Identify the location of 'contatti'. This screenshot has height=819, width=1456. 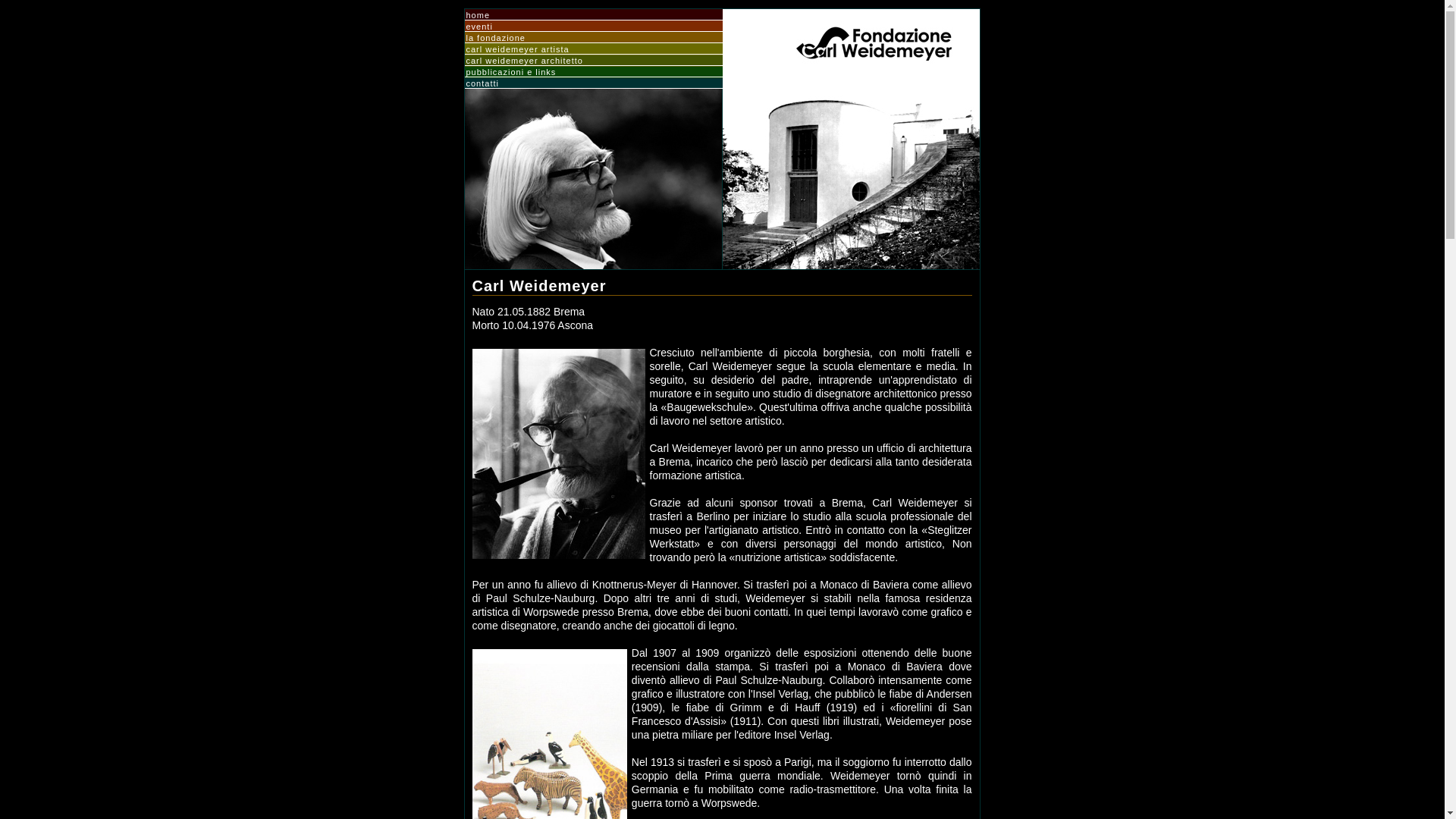
(465, 83).